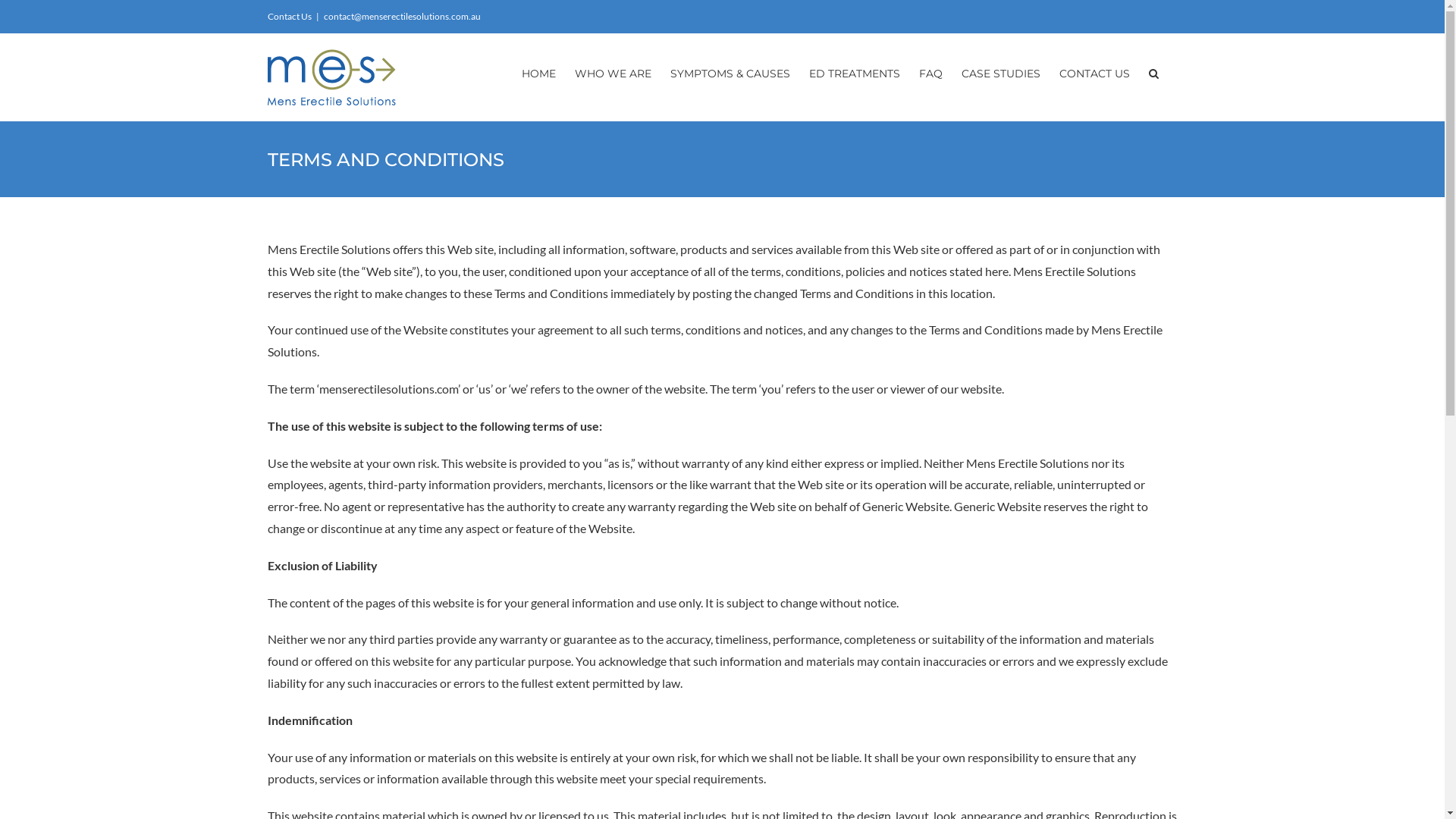 The height and width of the screenshot is (819, 1456). Describe the element at coordinates (613, 73) in the screenshot. I see `'WHO WE ARE'` at that location.